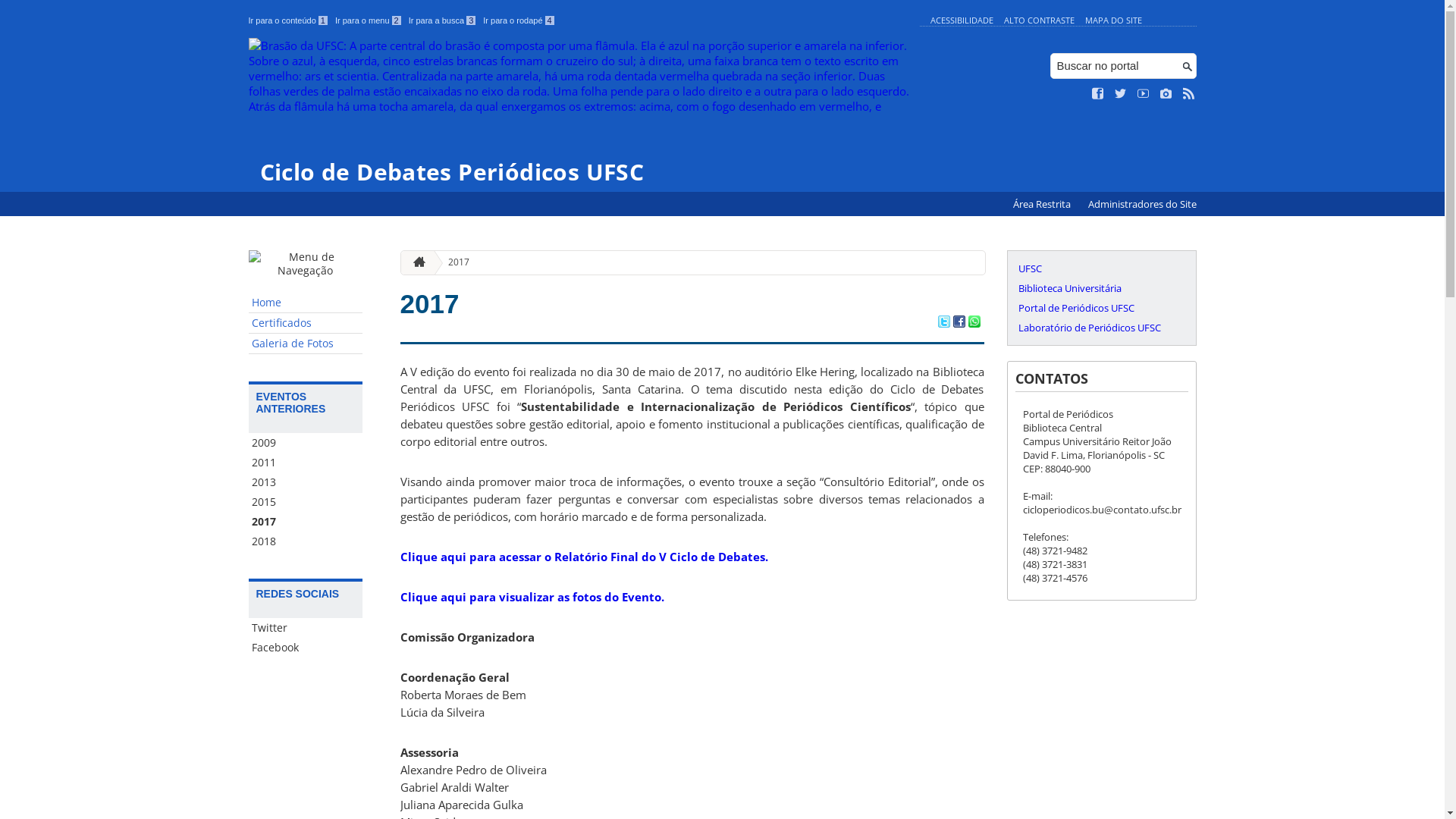 This screenshot has height=819, width=1456. I want to click on 'ACESSIBILIDADE', so click(960, 20).